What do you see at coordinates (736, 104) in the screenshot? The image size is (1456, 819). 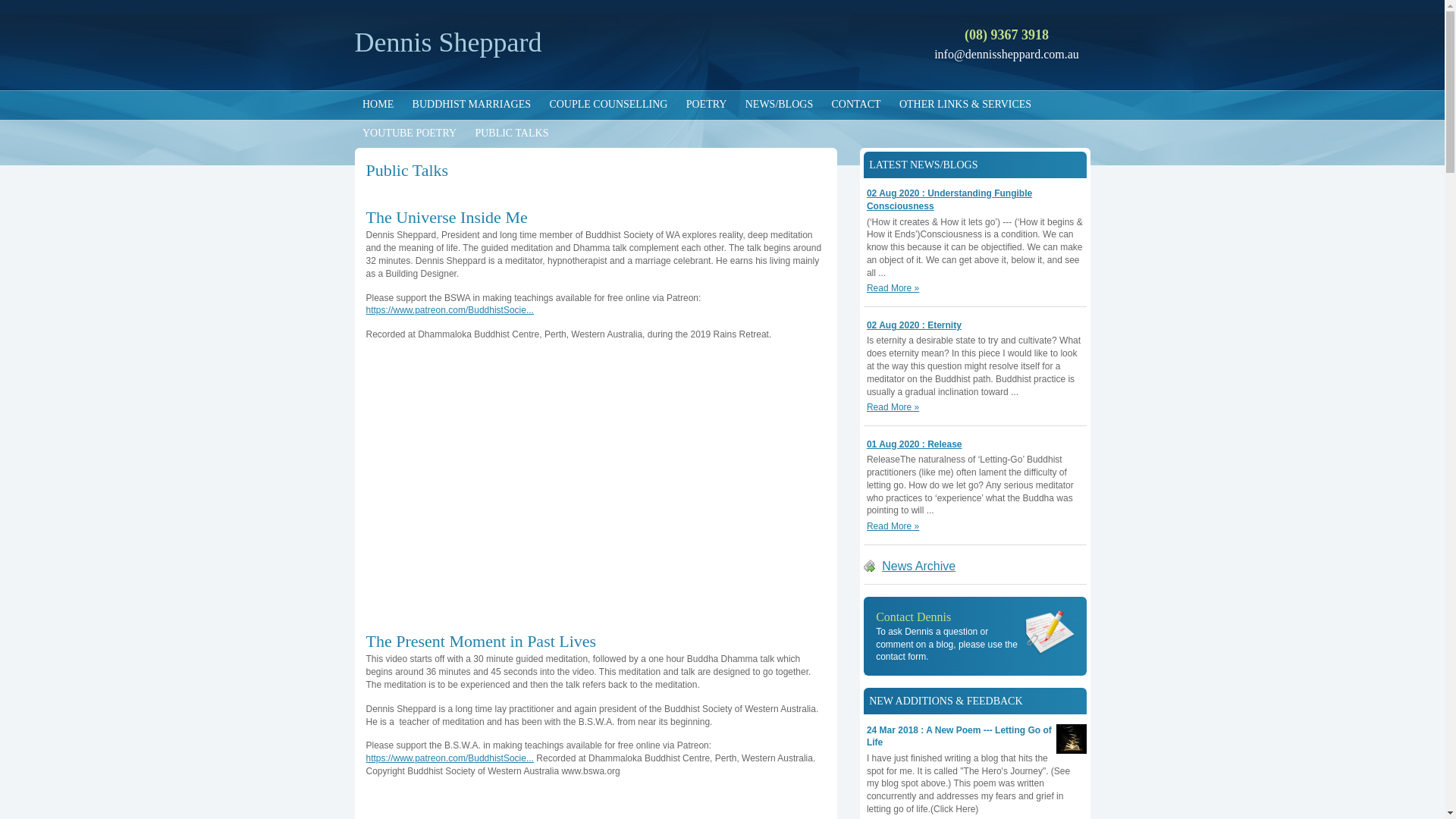 I see `'NEWS/BLOGS'` at bounding box center [736, 104].